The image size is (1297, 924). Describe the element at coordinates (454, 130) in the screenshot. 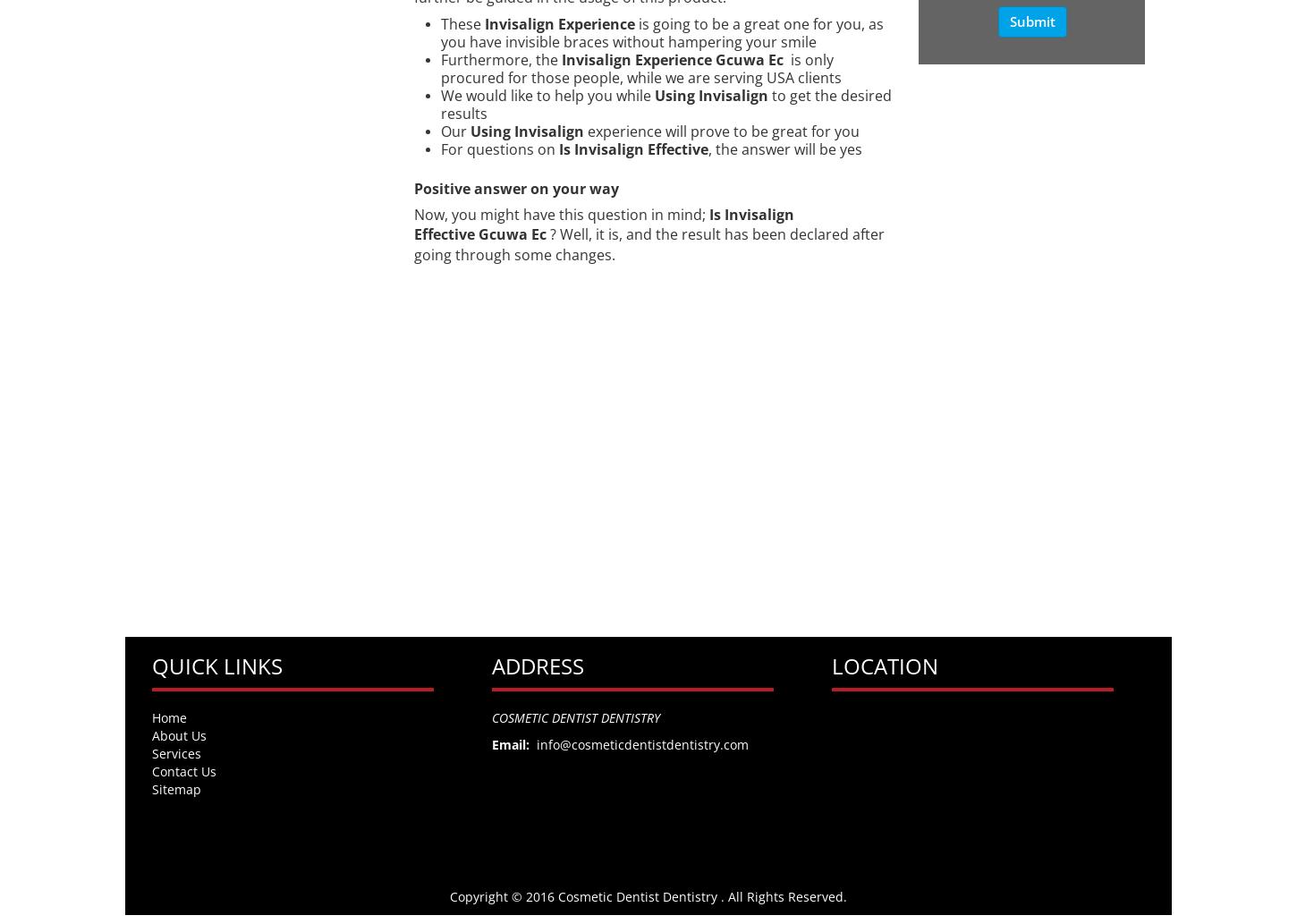

I see `'Our'` at that location.